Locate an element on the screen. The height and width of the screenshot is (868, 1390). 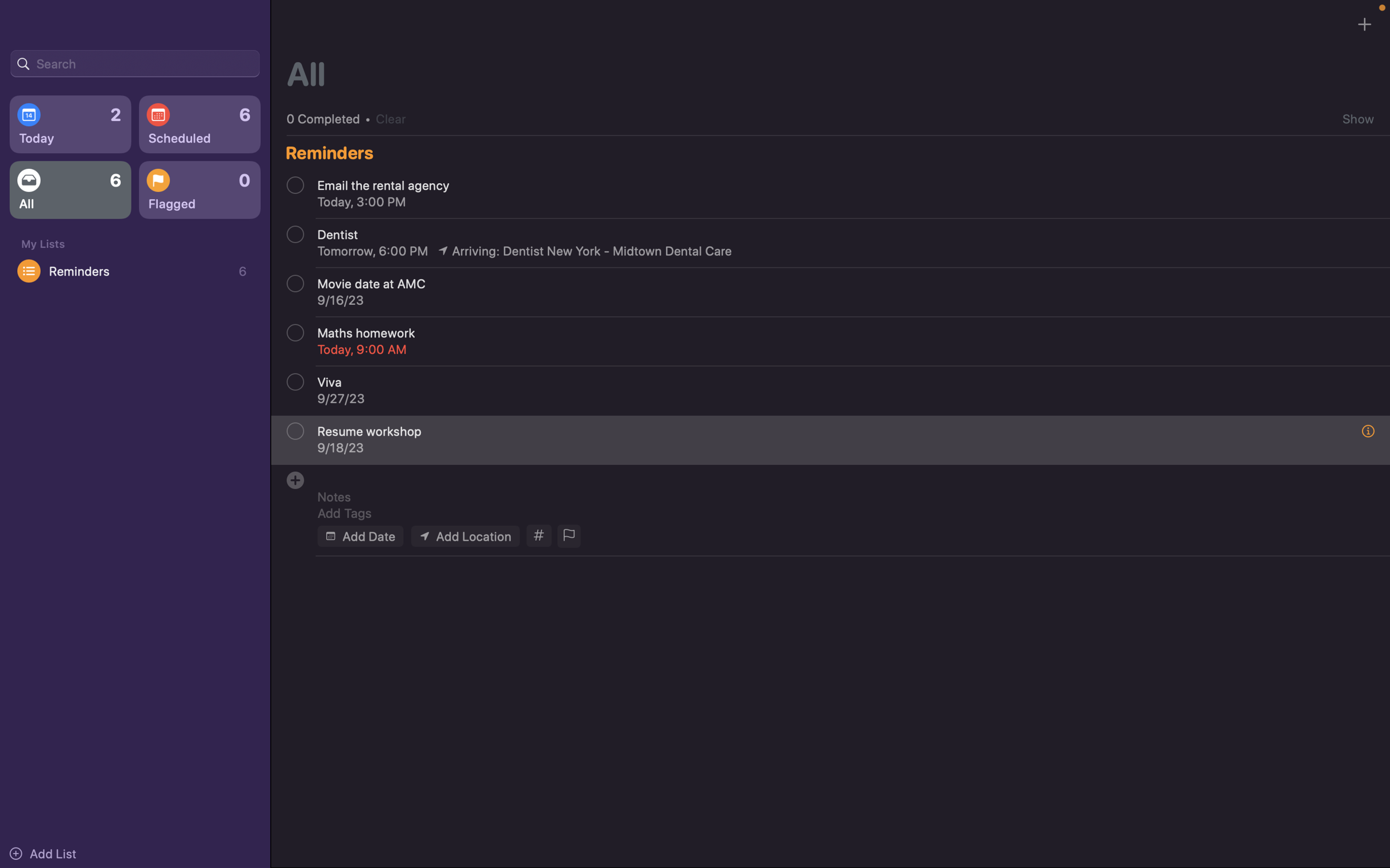
Assign the tags "school" and "homework" to the event is located at coordinates (536, 535).